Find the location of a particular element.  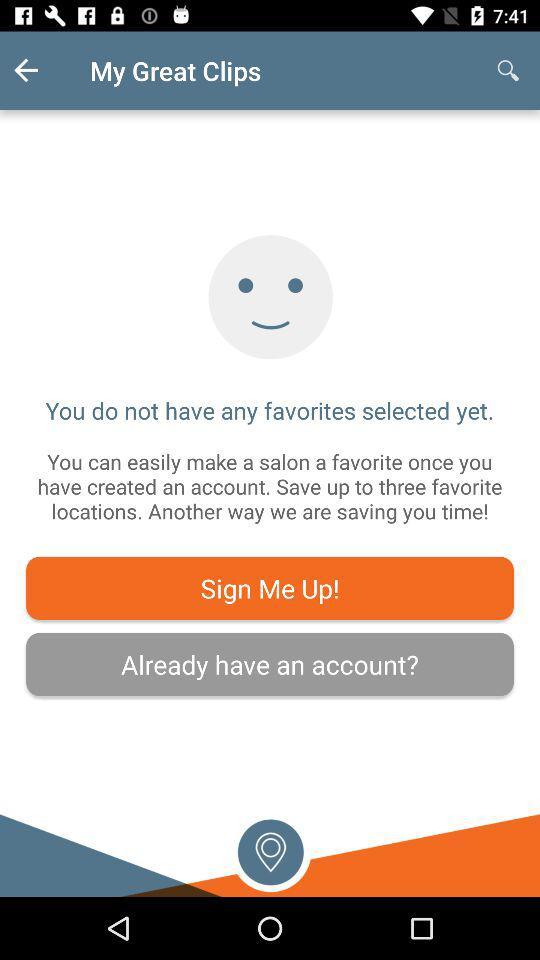

sign me up! is located at coordinates (270, 588).